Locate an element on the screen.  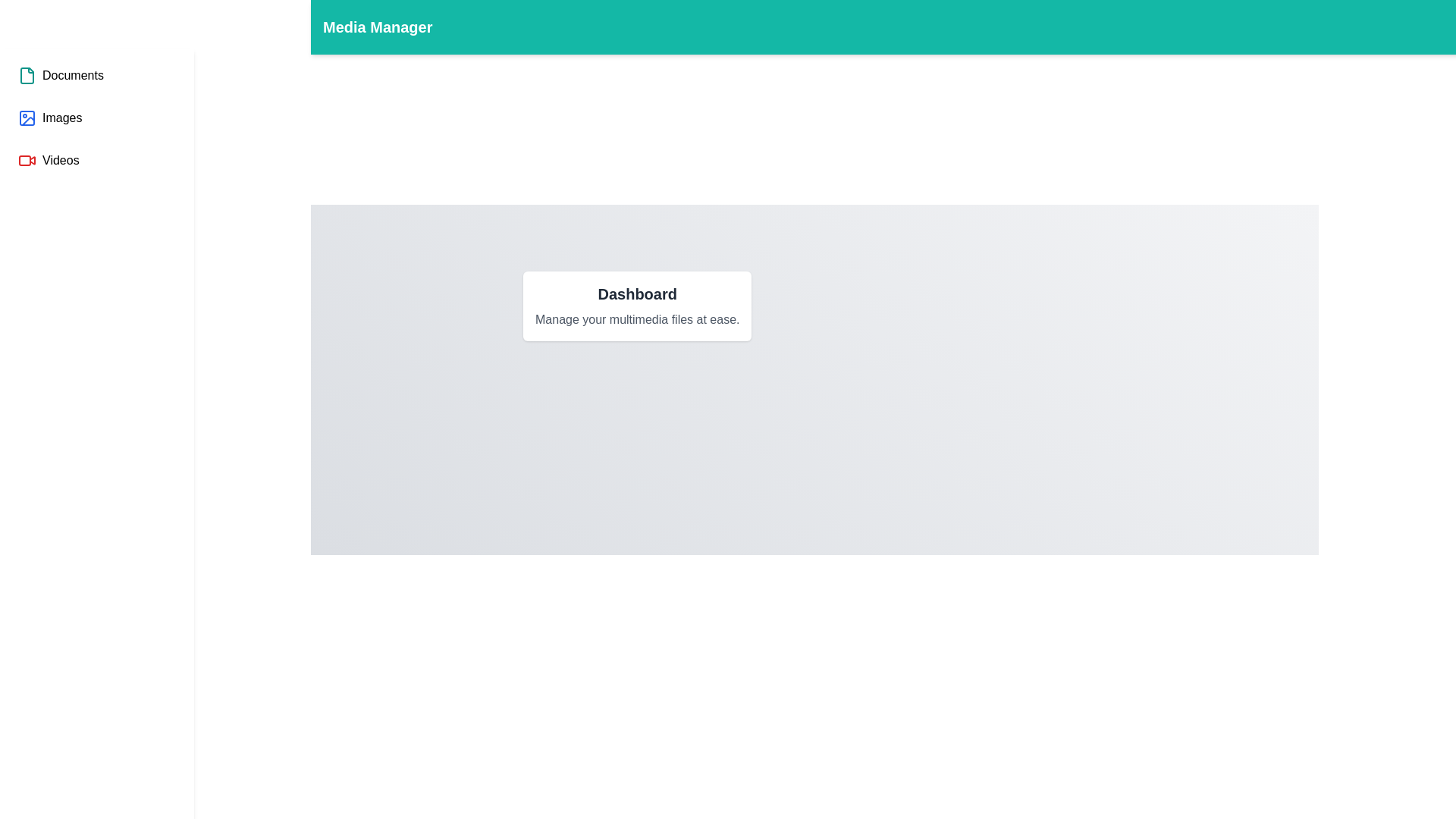
the Text label at the top of the card that provides a title for the content, which is located above the text 'Manage your multimedia files at ease.' is located at coordinates (637, 294).